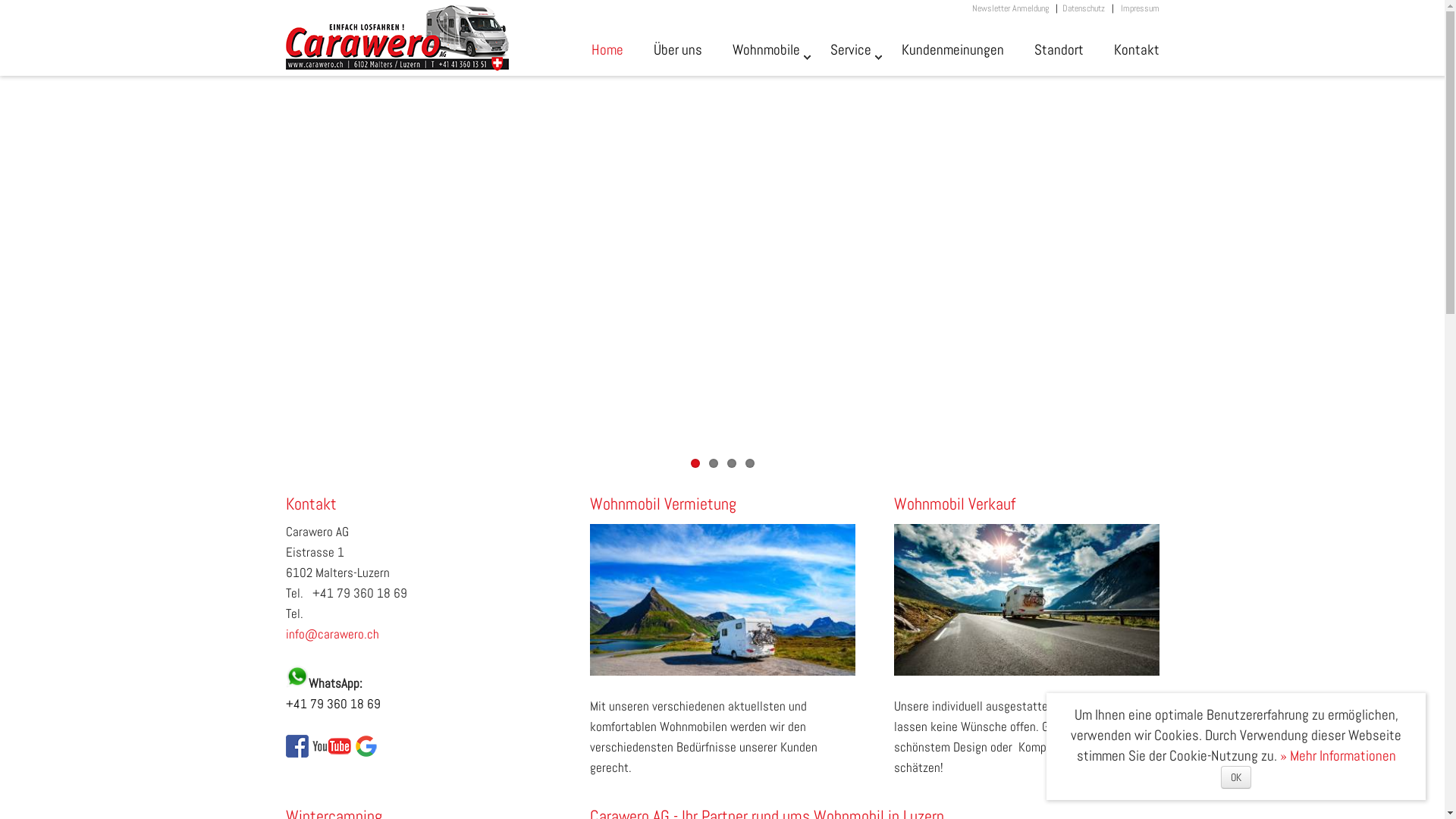 The height and width of the screenshot is (819, 1456). Describe the element at coordinates (1135, 57) in the screenshot. I see `'Kontakt'` at that location.